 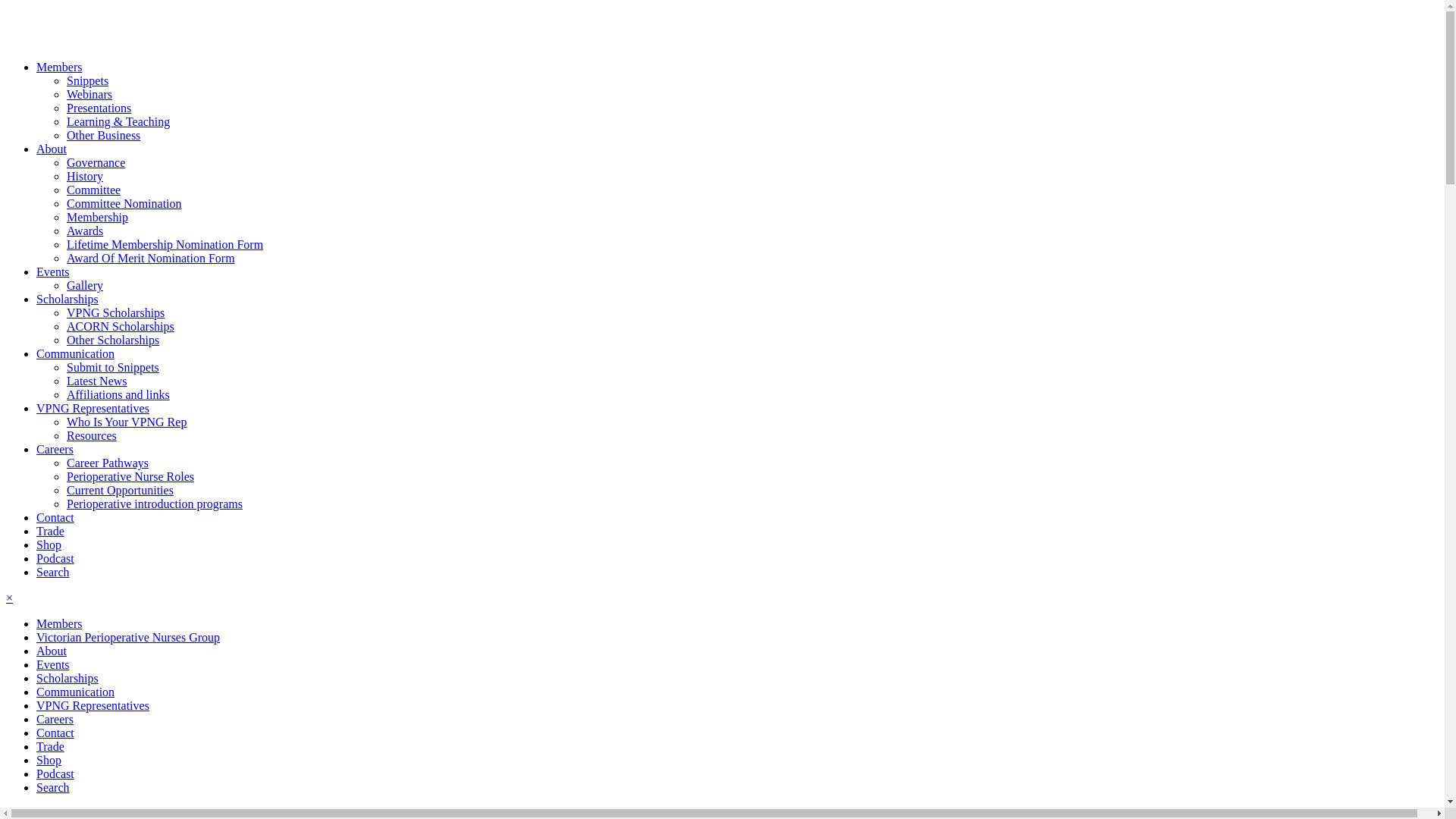 What do you see at coordinates (119, 325) in the screenshot?
I see `'ACORN Scholarships'` at bounding box center [119, 325].